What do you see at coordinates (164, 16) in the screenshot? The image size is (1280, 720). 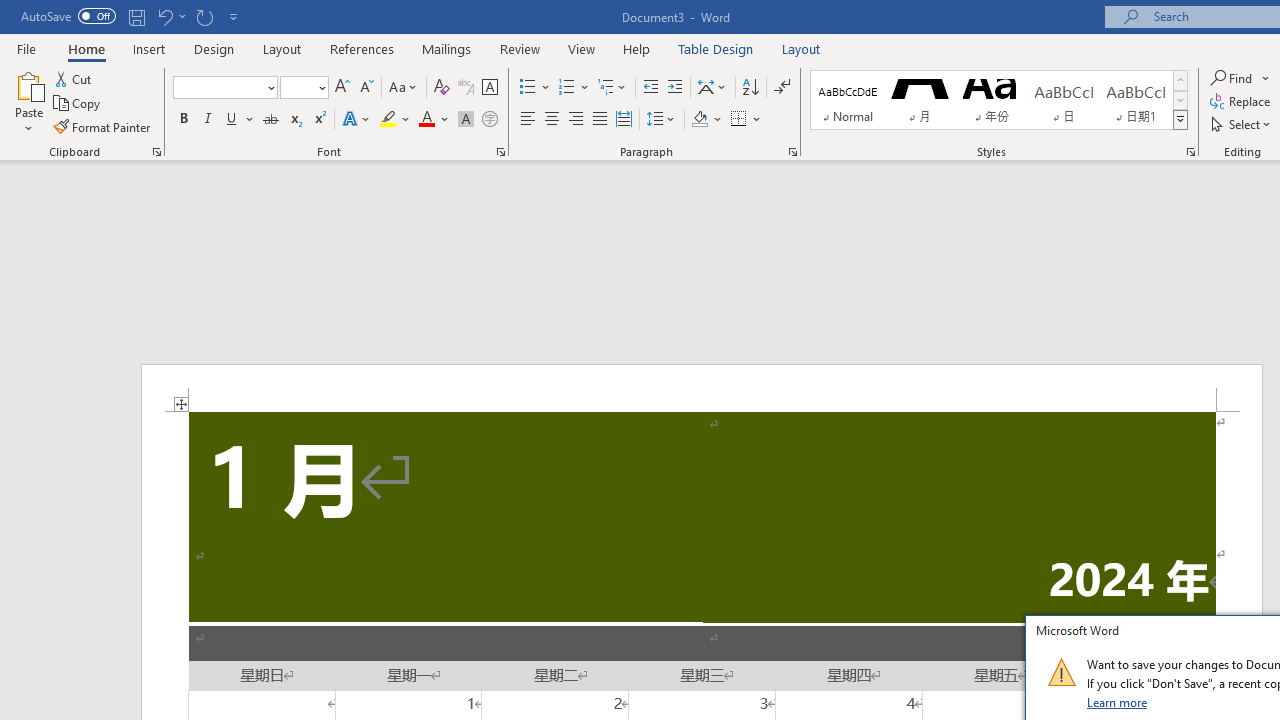 I see `'Undo Distribute Para'` at bounding box center [164, 16].